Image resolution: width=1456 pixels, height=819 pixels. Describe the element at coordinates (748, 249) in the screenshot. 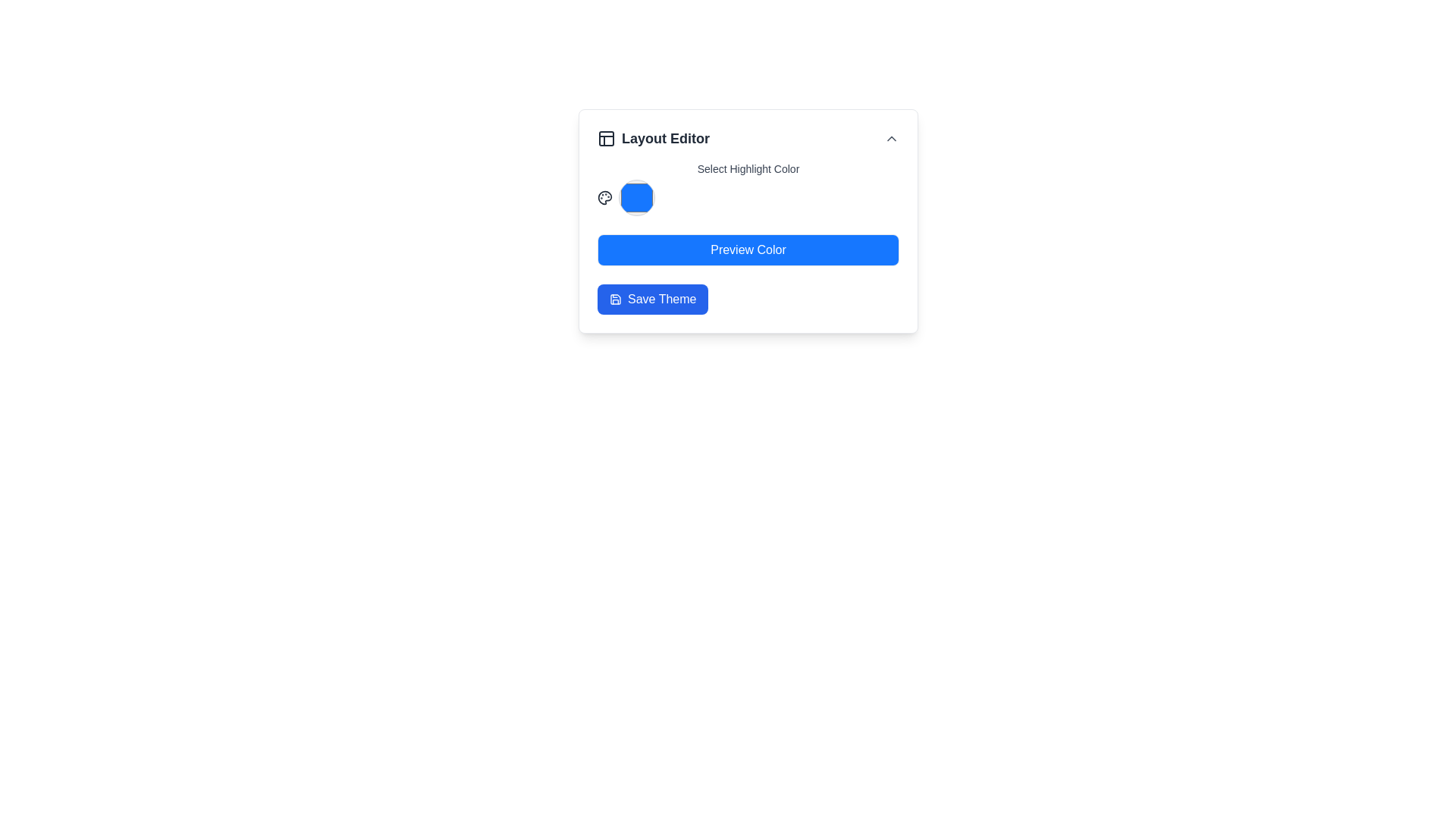

I see `the 'Preview Color' button, which has a bright blue background and is labeled in white text, located at the center of the layout editor interface` at that location.